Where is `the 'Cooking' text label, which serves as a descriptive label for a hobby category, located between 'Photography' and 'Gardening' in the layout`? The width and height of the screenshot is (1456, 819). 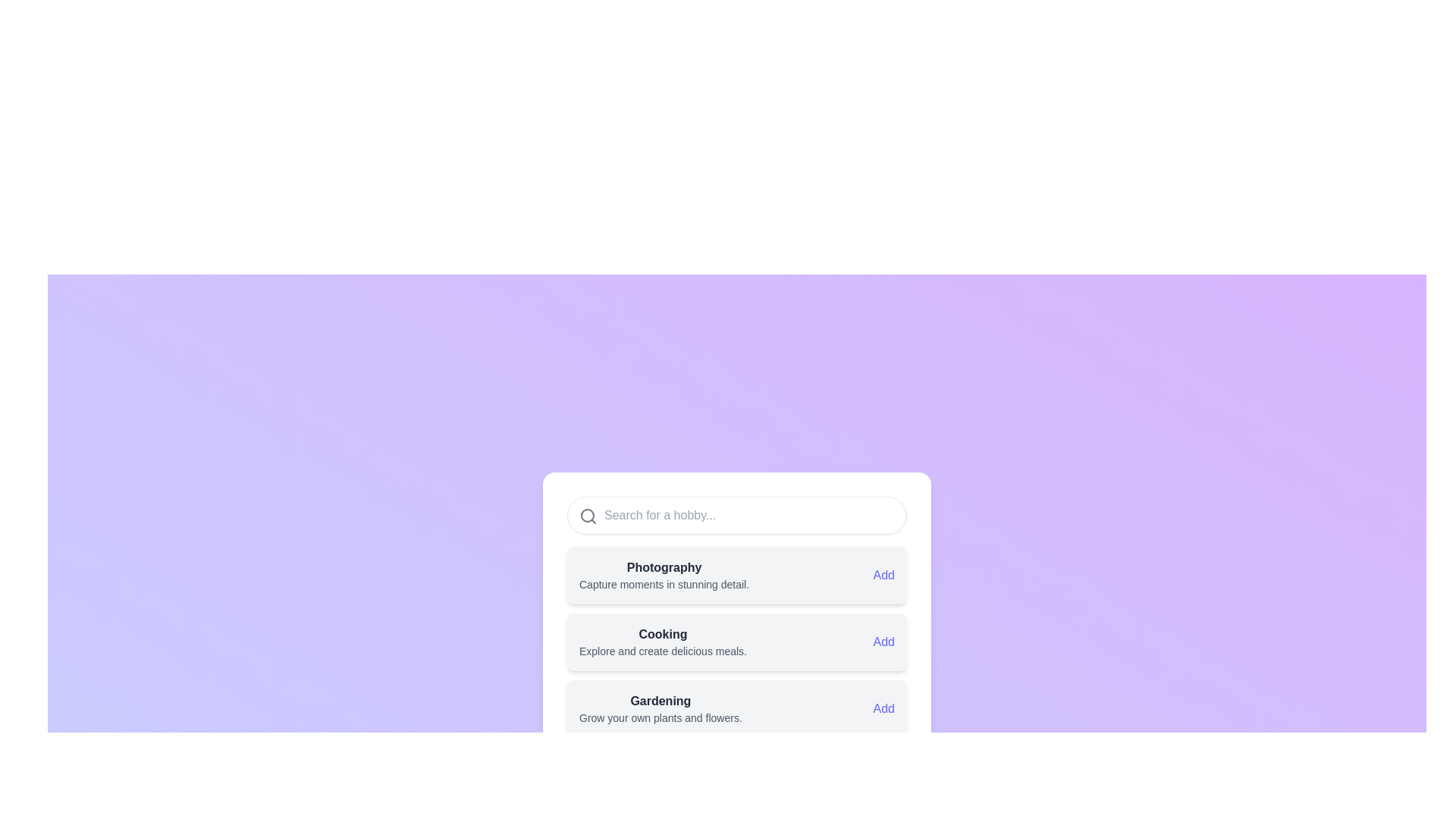
the 'Cooking' text label, which serves as a descriptive label for a hobby category, located between 'Photography' and 'Gardening' in the layout is located at coordinates (663, 642).